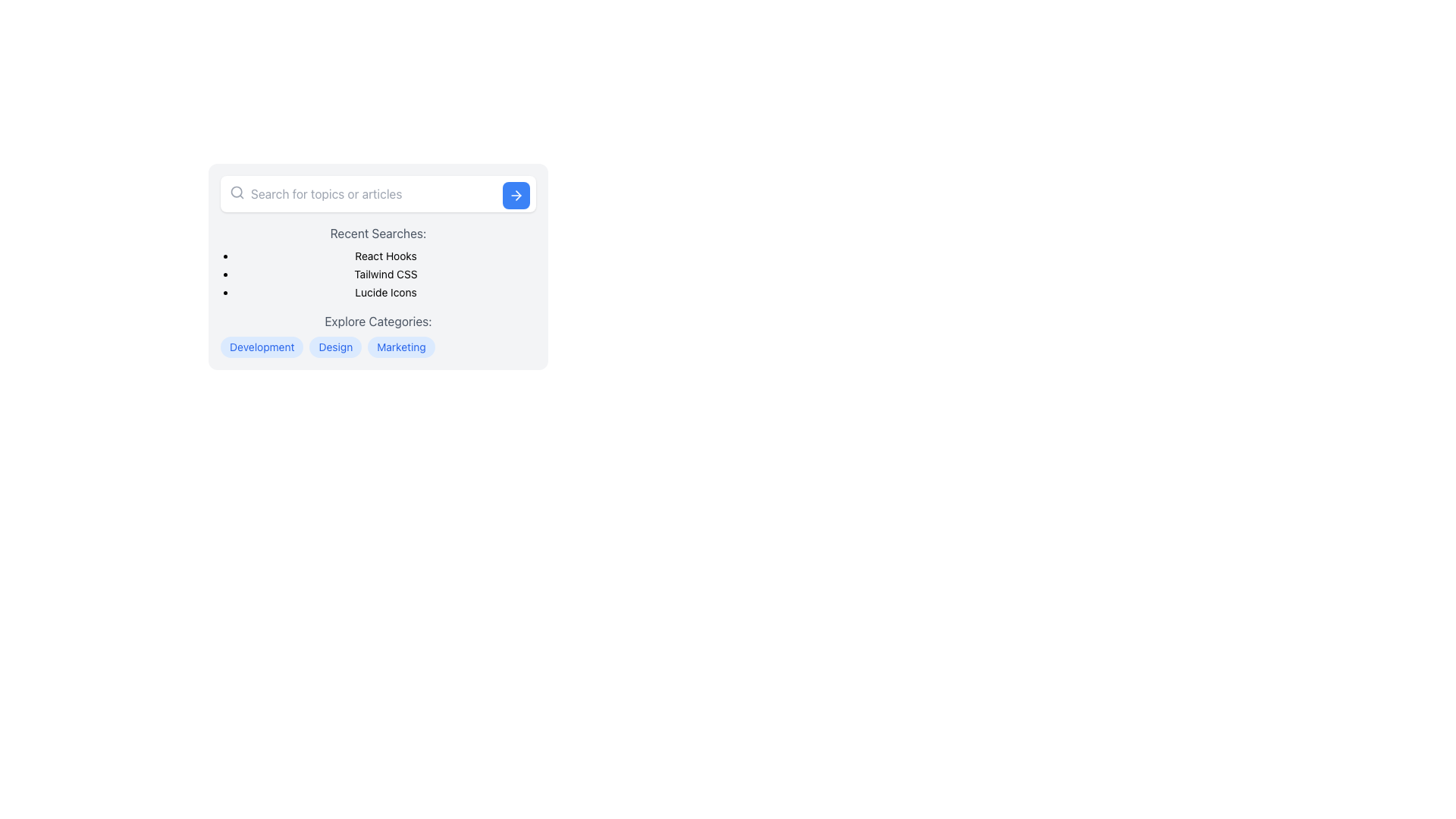 This screenshot has height=819, width=1456. What do you see at coordinates (385, 256) in the screenshot?
I see `the first item in the bulleted list displaying a recent user search term, located below the 'Recent Searches' heading in the upper-middle section of the panel` at bounding box center [385, 256].